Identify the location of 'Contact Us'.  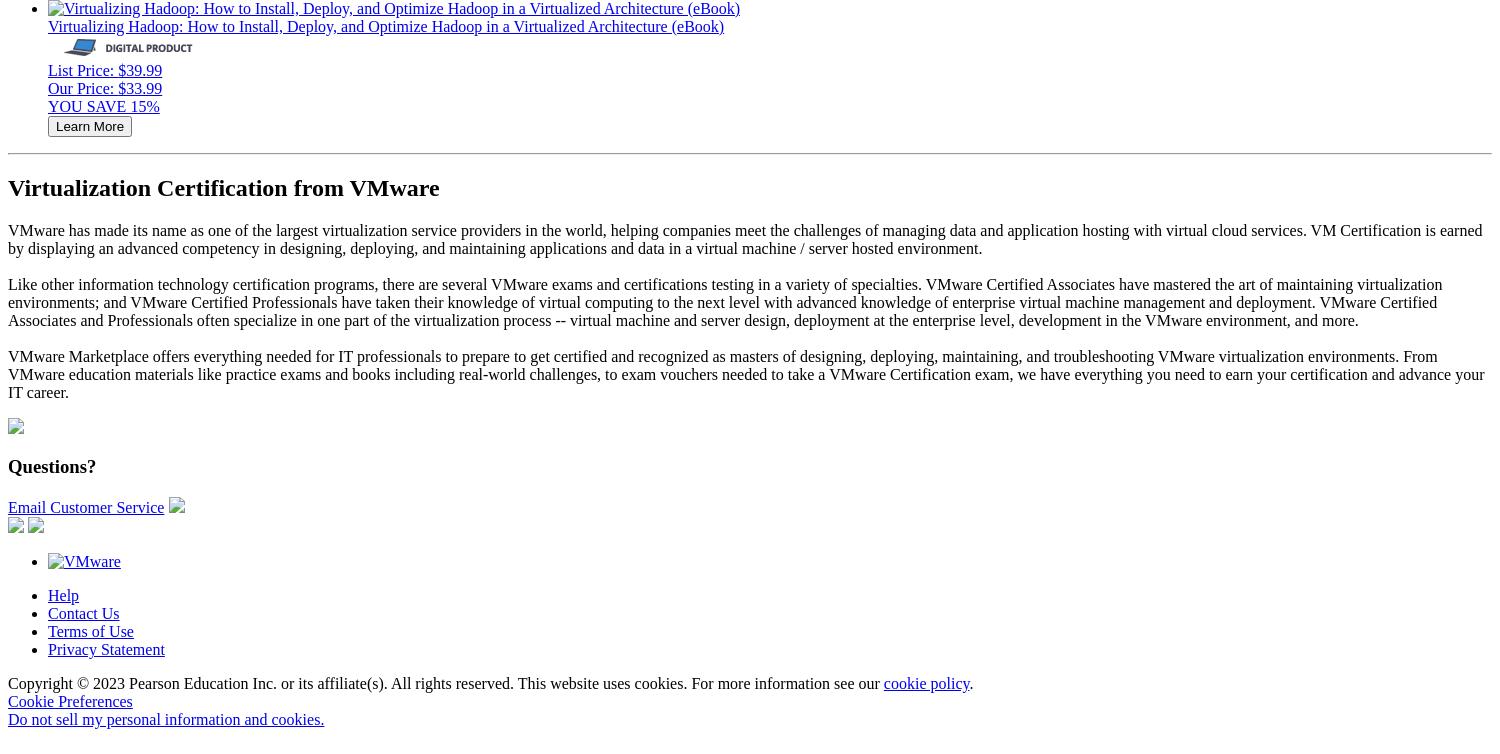
(48, 612).